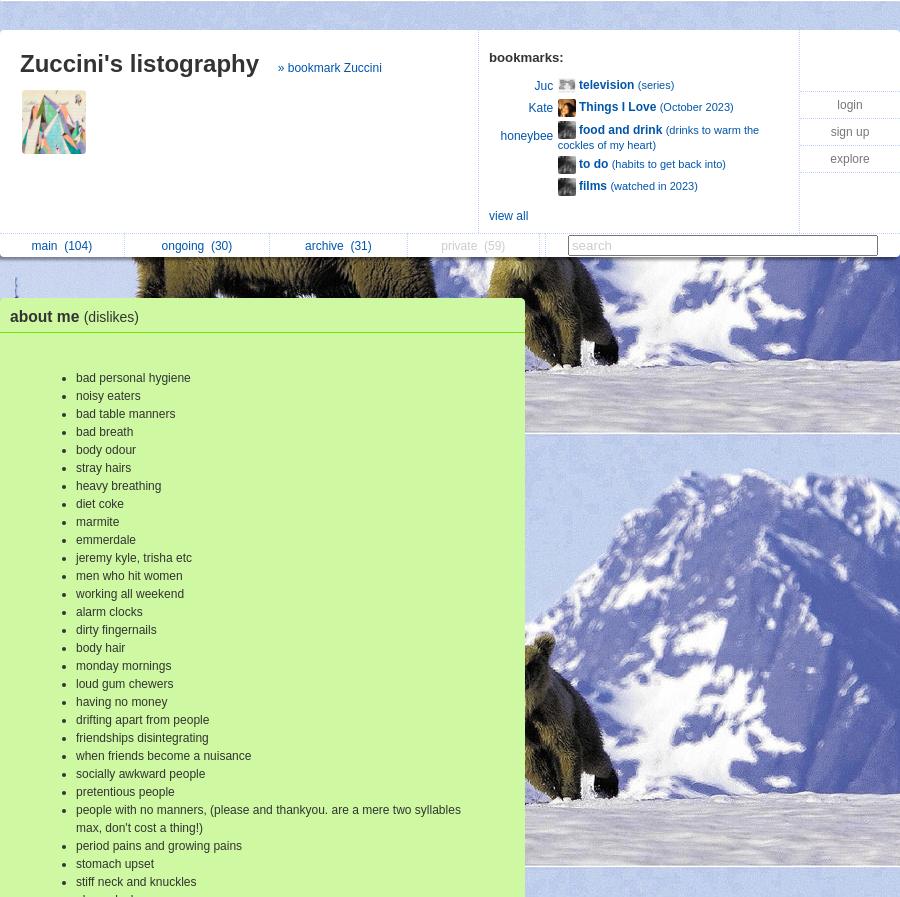 The image size is (900, 897). I want to click on 'to do', so click(593, 161).